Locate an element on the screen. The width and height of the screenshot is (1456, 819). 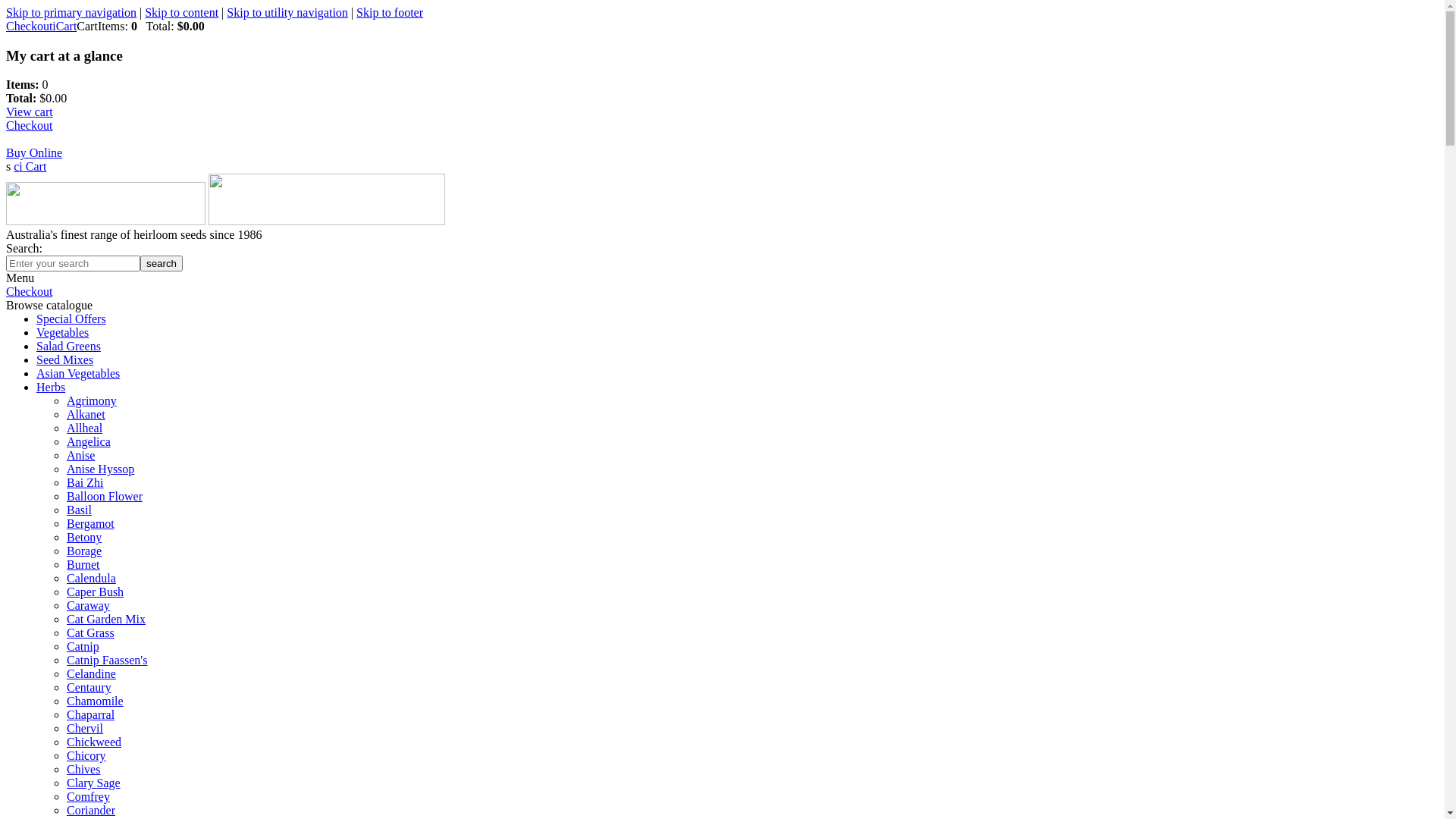
'search' is located at coordinates (161, 262).